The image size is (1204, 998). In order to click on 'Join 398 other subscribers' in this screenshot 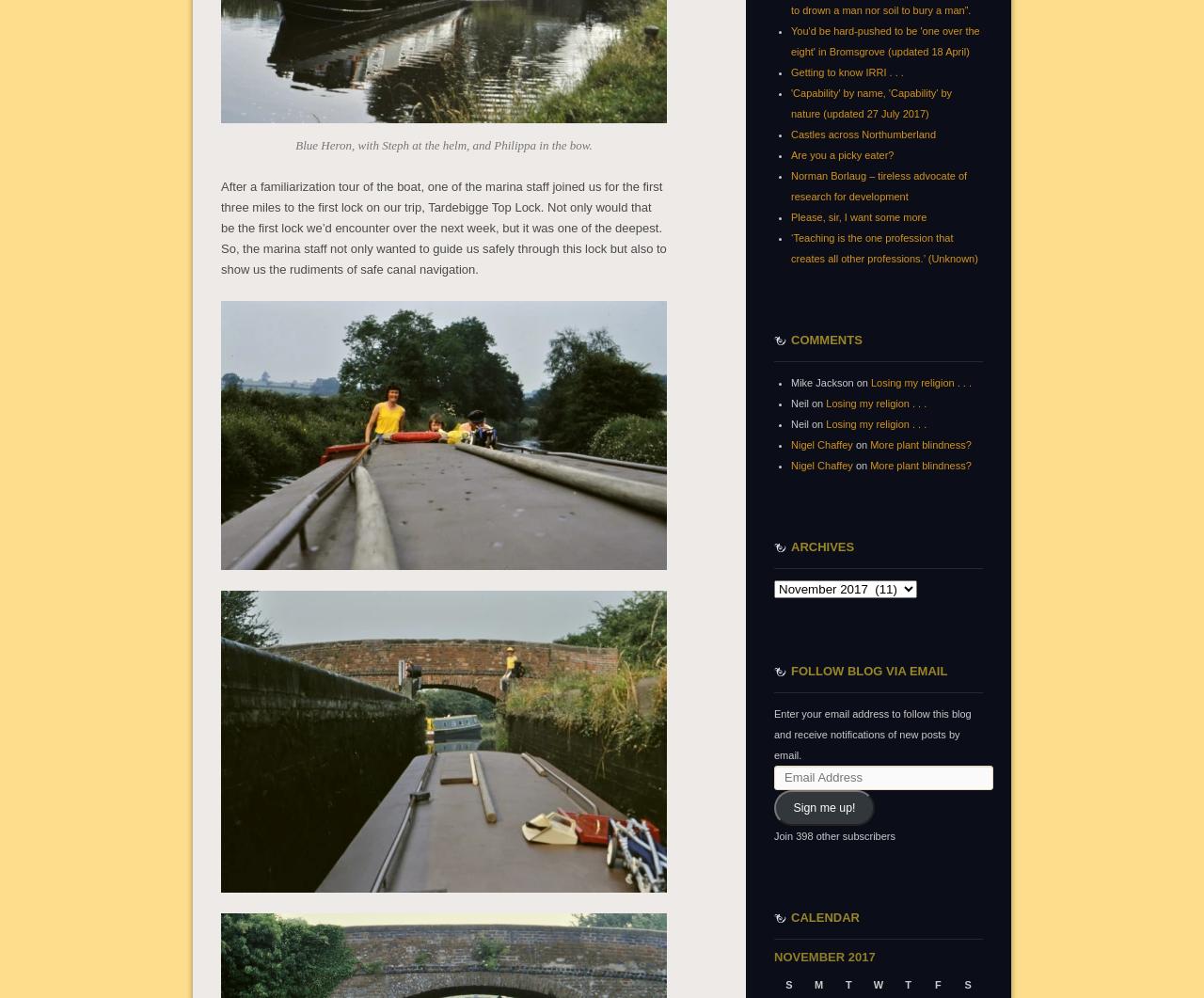, I will do `click(833, 835)`.